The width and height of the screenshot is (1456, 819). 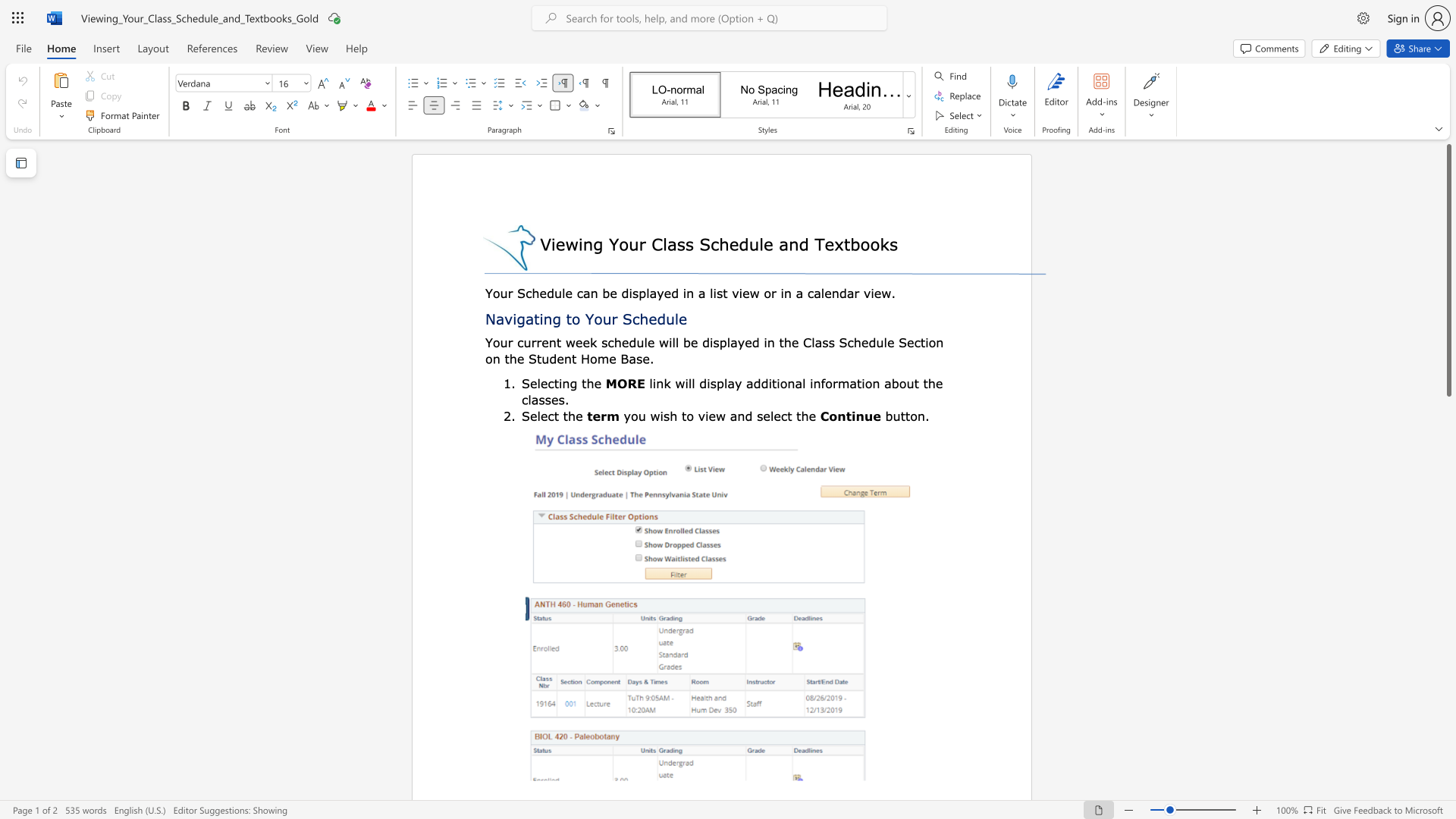 What do you see at coordinates (1448, 773) in the screenshot?
I see `the scrollbar to move the page down` at bounding box center [1448, 773].